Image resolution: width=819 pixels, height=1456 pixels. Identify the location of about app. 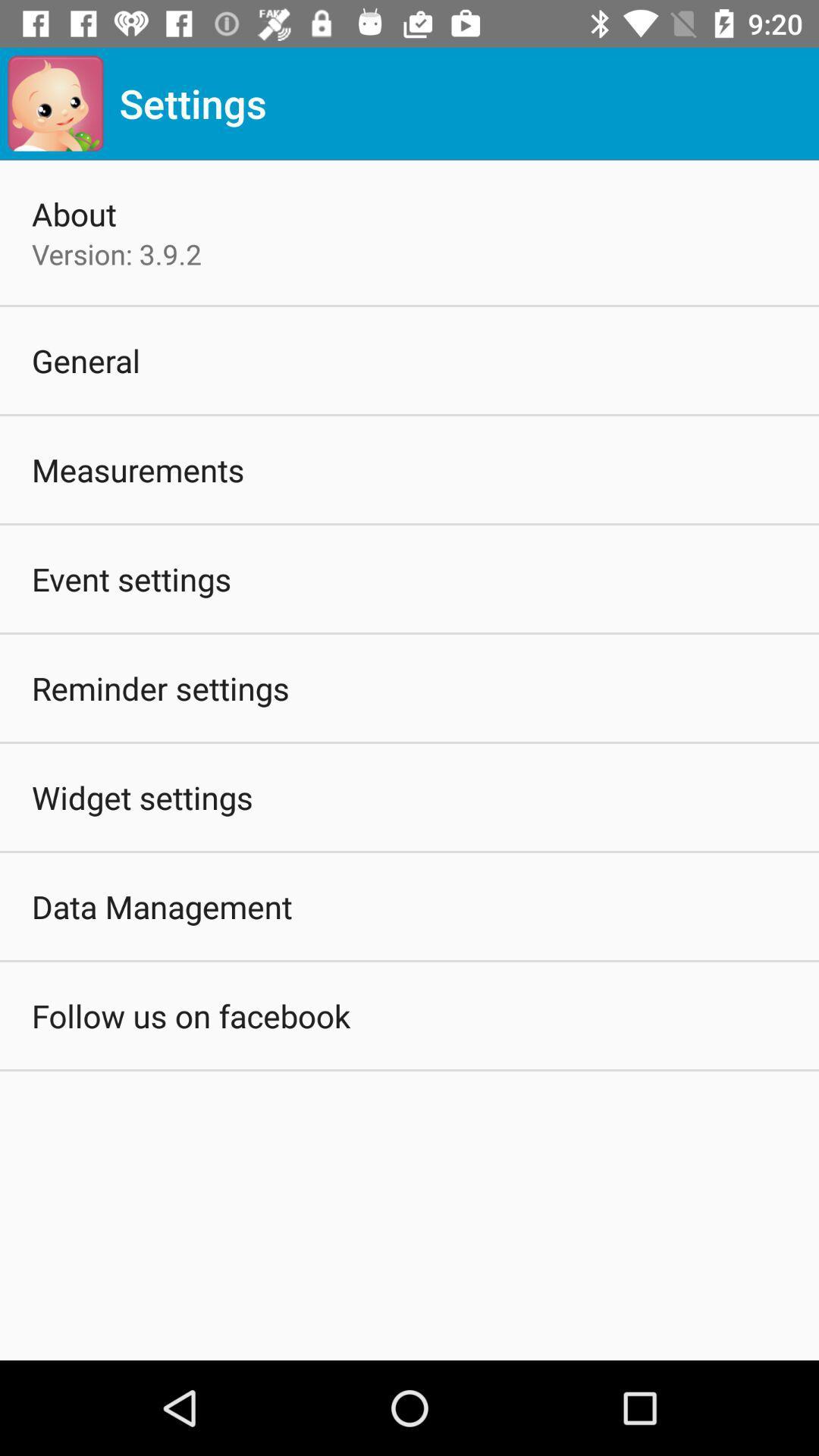
(74, 213).